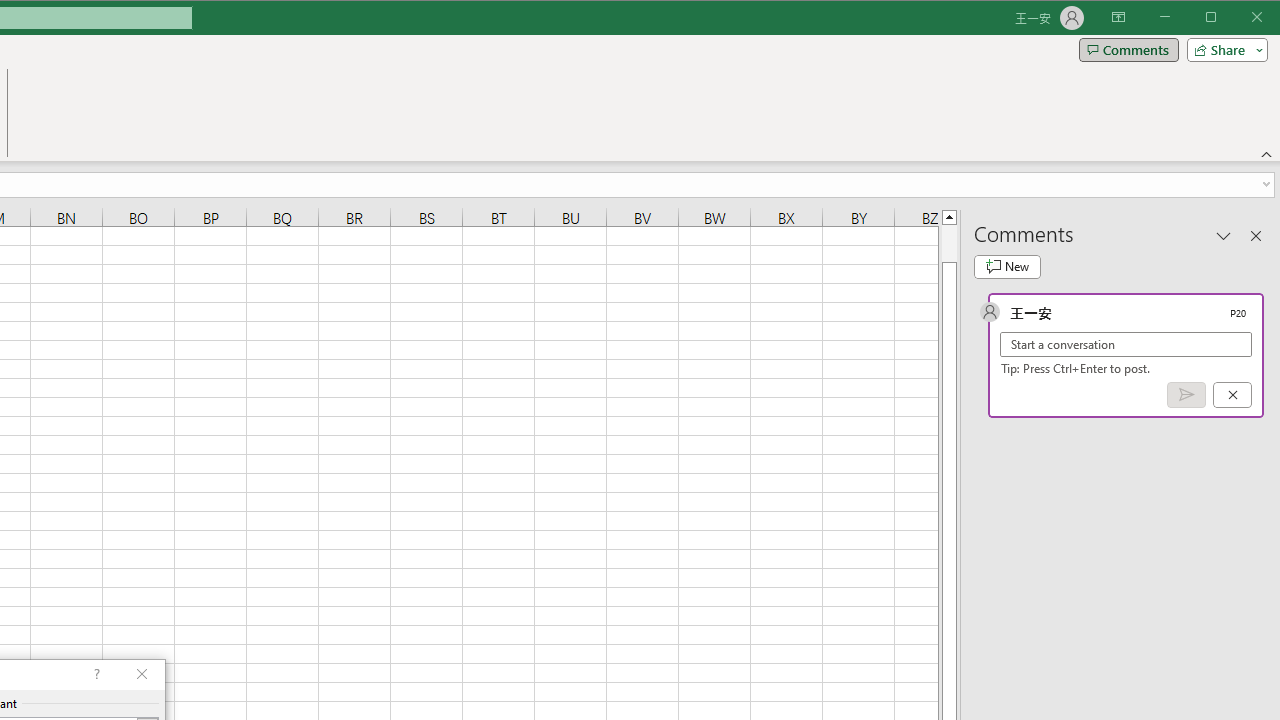 The height and width of the screenshot is (720, 1280). Describe the element at coordinates (948, 242) in the screenshot. I see `'Page up'` at that location.